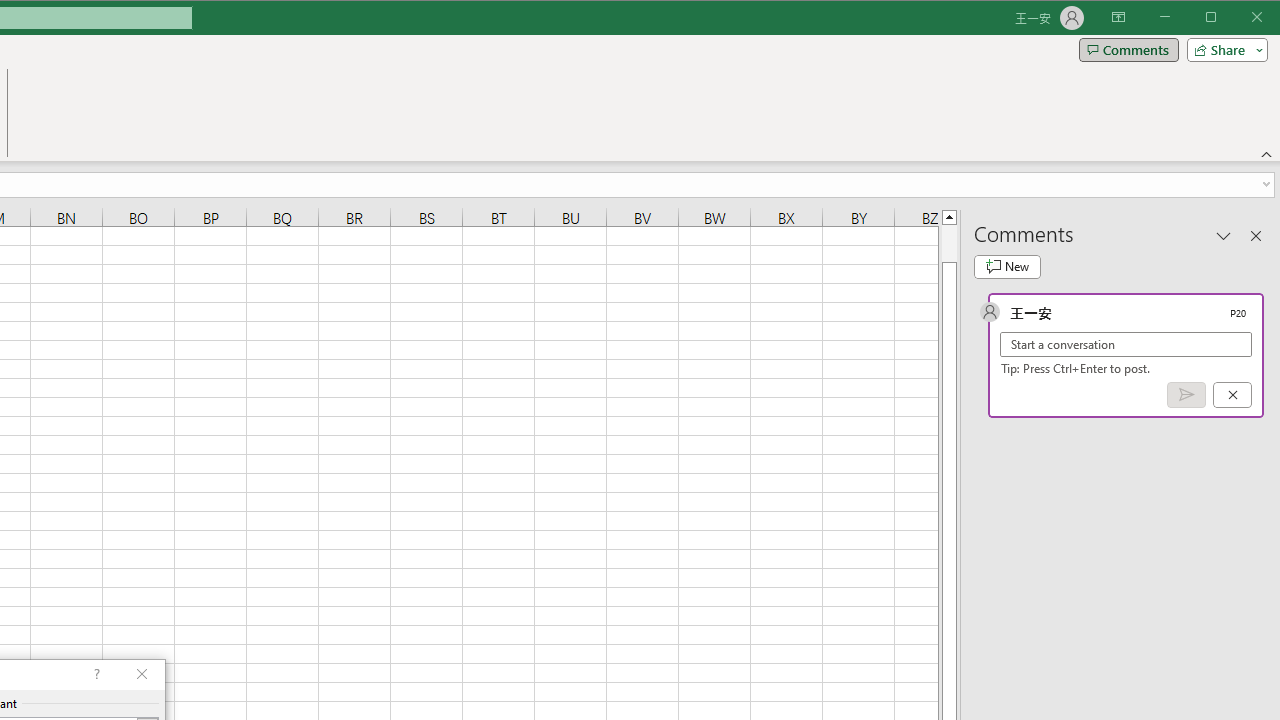 The height and width of the screenshot is (720, 1280). Describe the element at coordinates (948, 242) in the screenshot. I see `'Page up'` at that location.